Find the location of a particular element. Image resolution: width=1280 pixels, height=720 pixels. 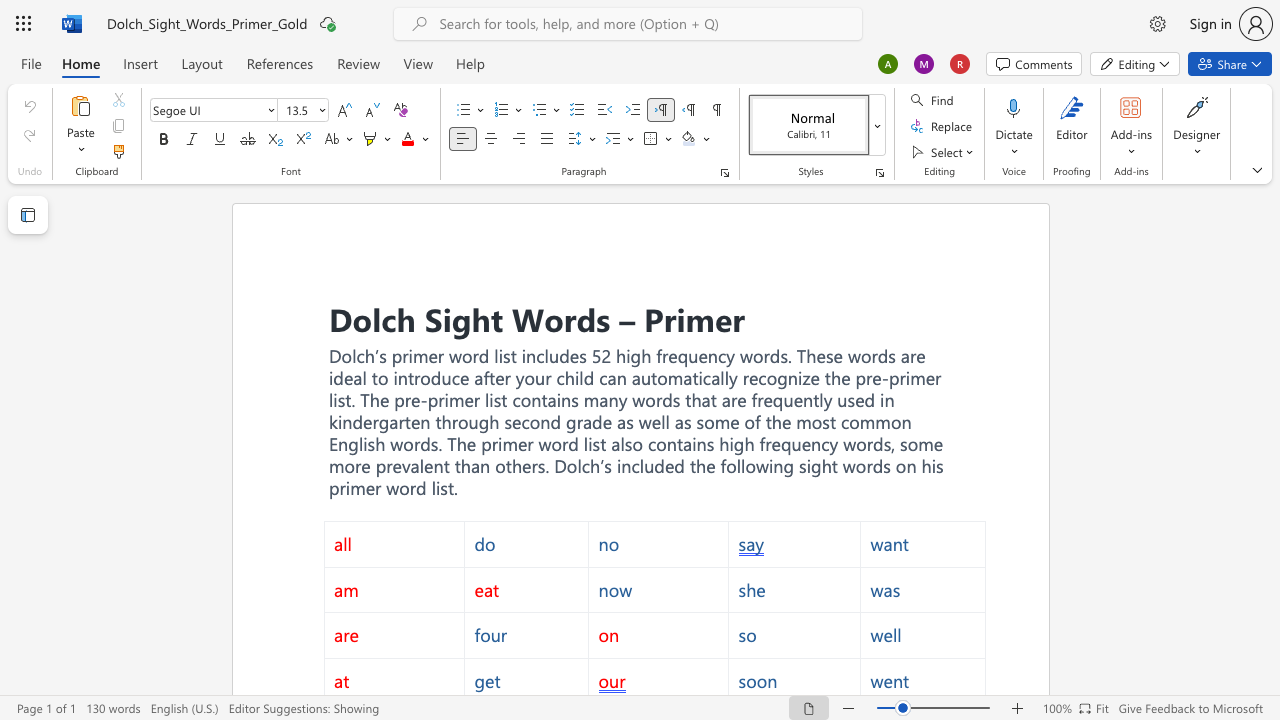

the 3th character "e" in the text is located at coordinates (937, 443).